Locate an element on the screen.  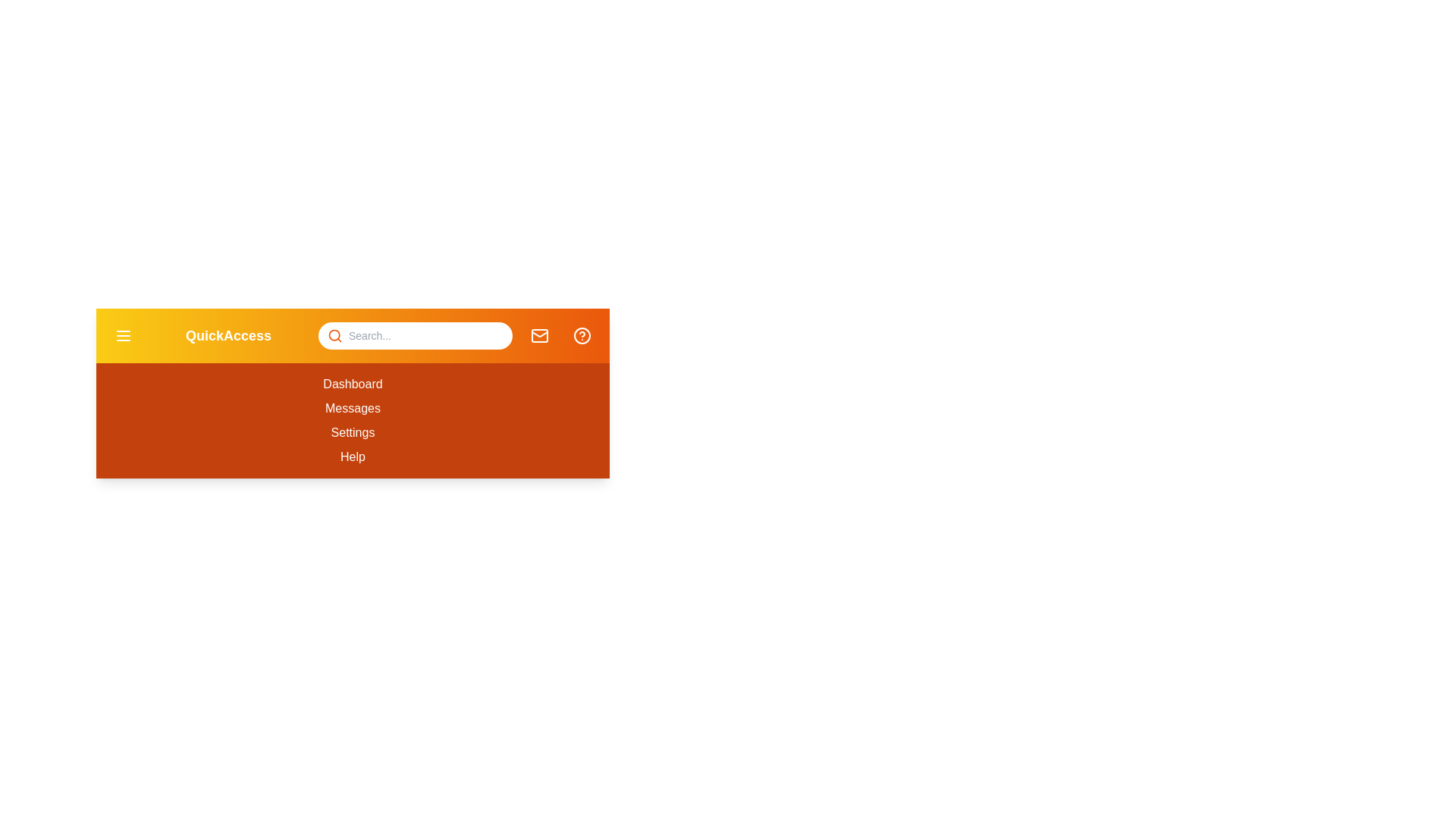
the 'Messages' text label, which is styled in white text on an orange background and is the second item in a vertical list under the 'Dashboard' is located at coordinates (352, 408).